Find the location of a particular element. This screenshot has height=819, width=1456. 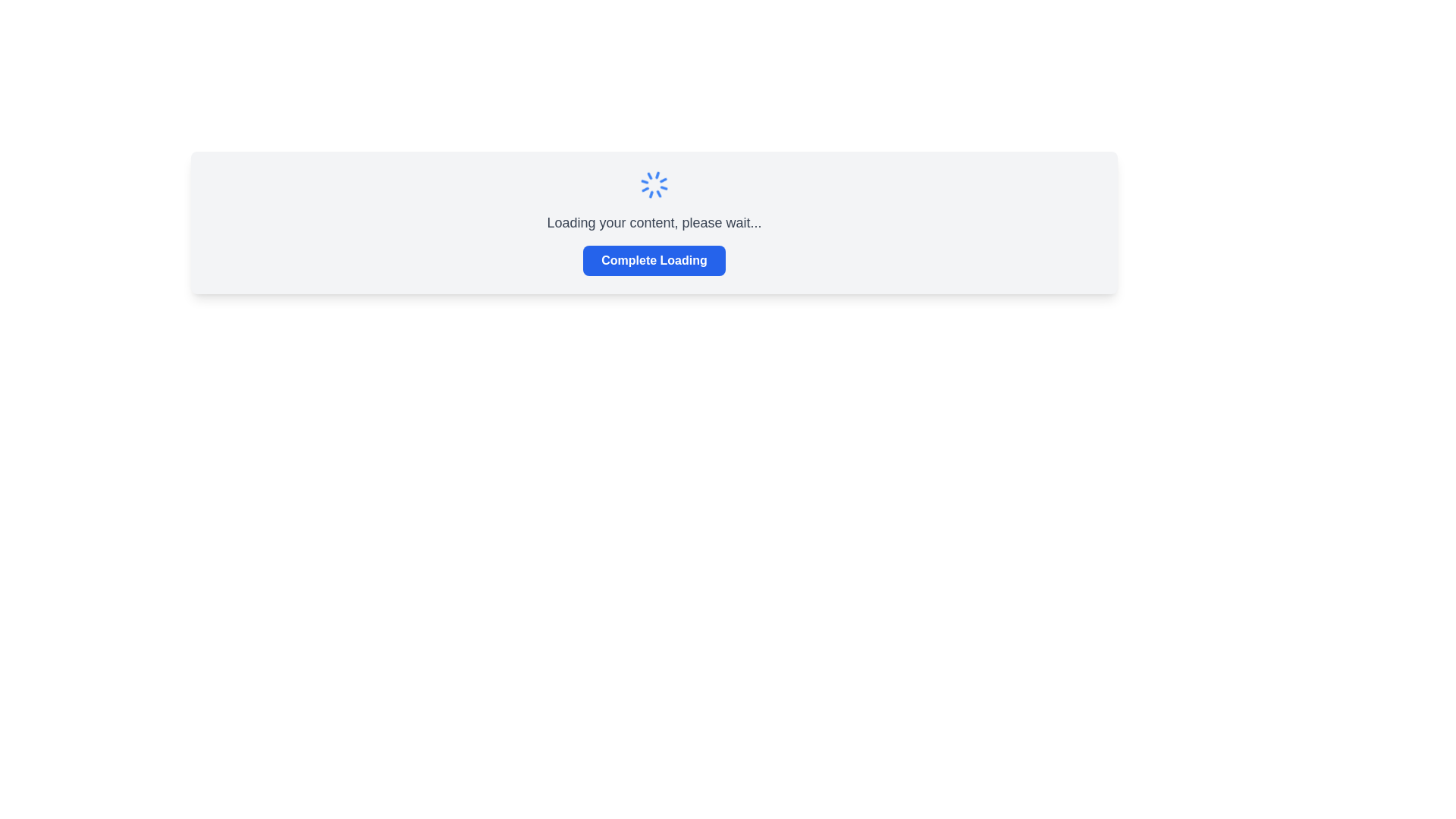

the loading spinner animation icon, which serves as a loading indicator positioned centrally above the text 'Loading your content, please wait...' is located at coordinates (654, 184).